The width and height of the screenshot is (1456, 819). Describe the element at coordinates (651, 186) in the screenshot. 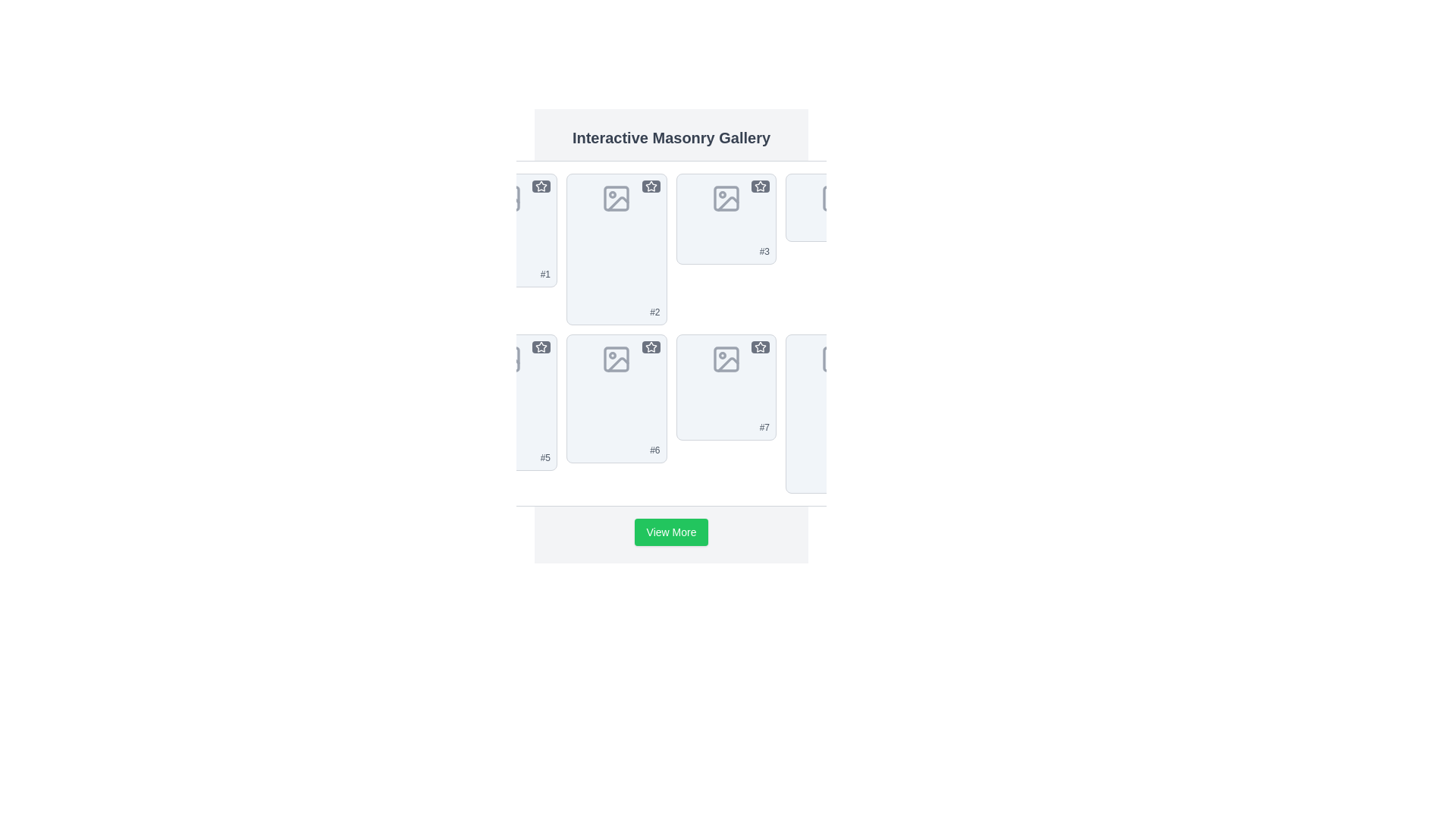

I see `the button in the top-right corner of the second gallery card labeled '#2'` at that location.